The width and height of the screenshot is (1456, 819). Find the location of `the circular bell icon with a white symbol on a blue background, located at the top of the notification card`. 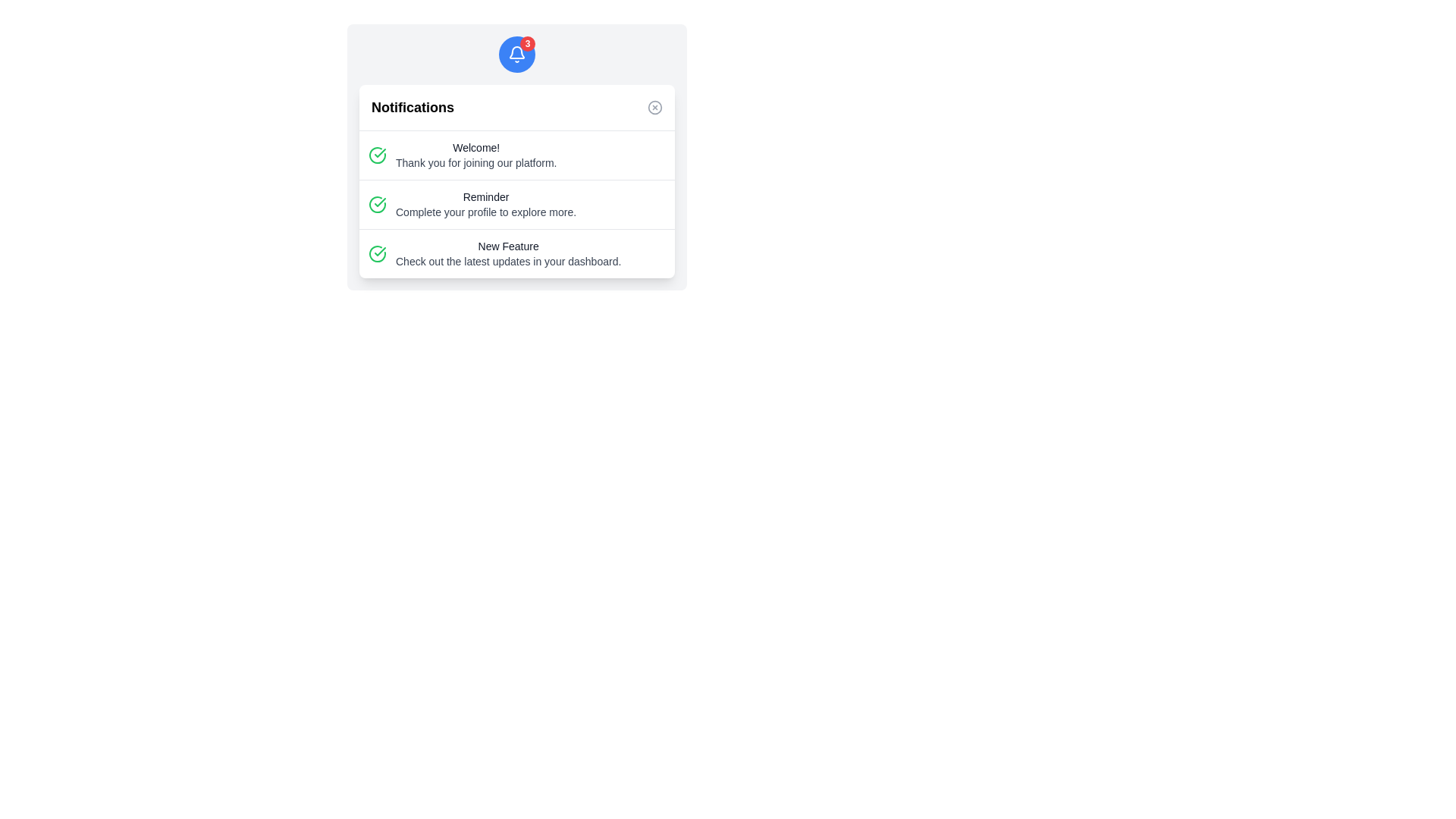

the circular bell icon with a white symbol on a blue background, located at the top of the notification card is located at coordinates (516, 54).